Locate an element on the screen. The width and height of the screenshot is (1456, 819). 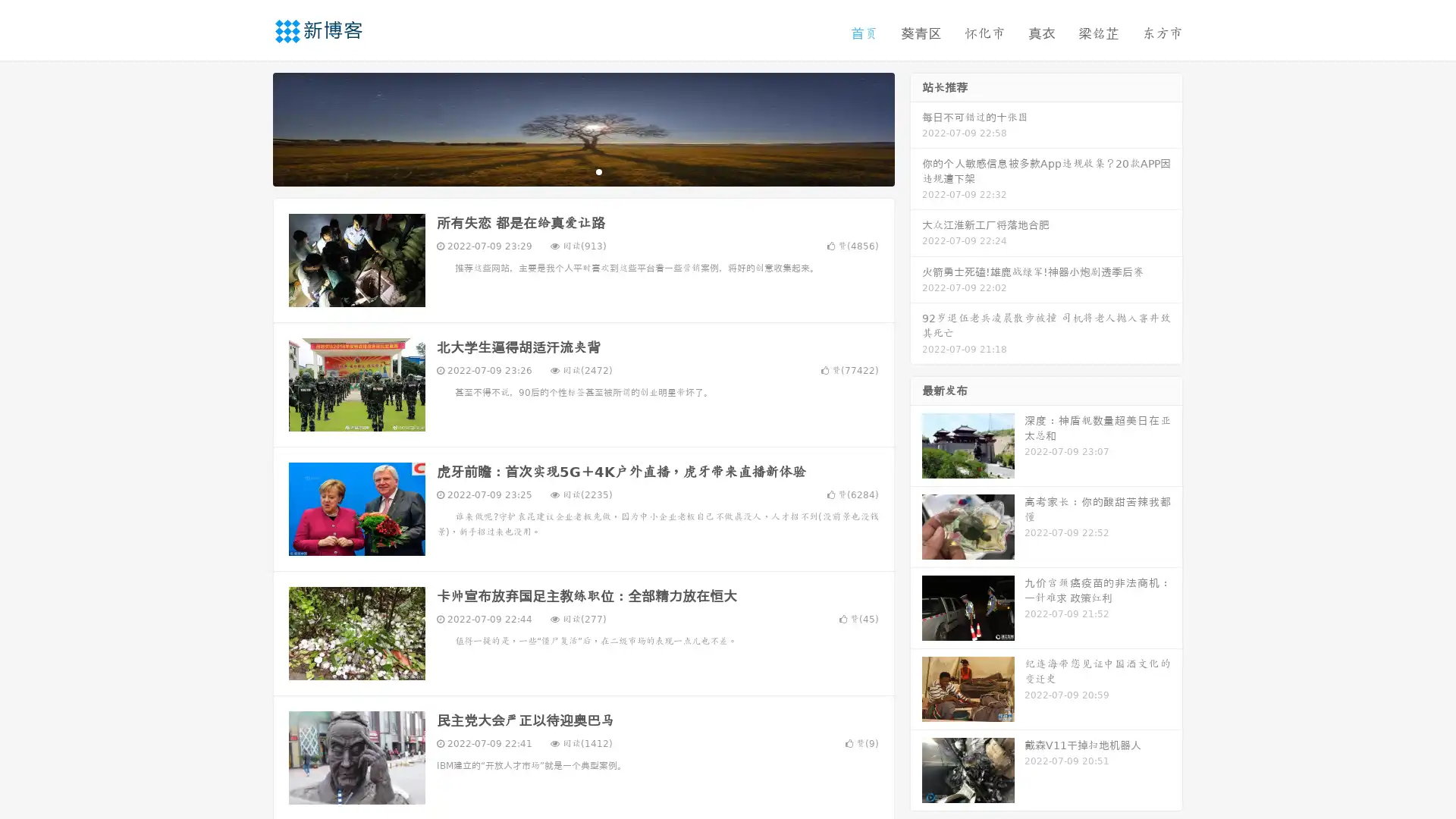
Go to slide 1 is located at coordinates (567, 171).